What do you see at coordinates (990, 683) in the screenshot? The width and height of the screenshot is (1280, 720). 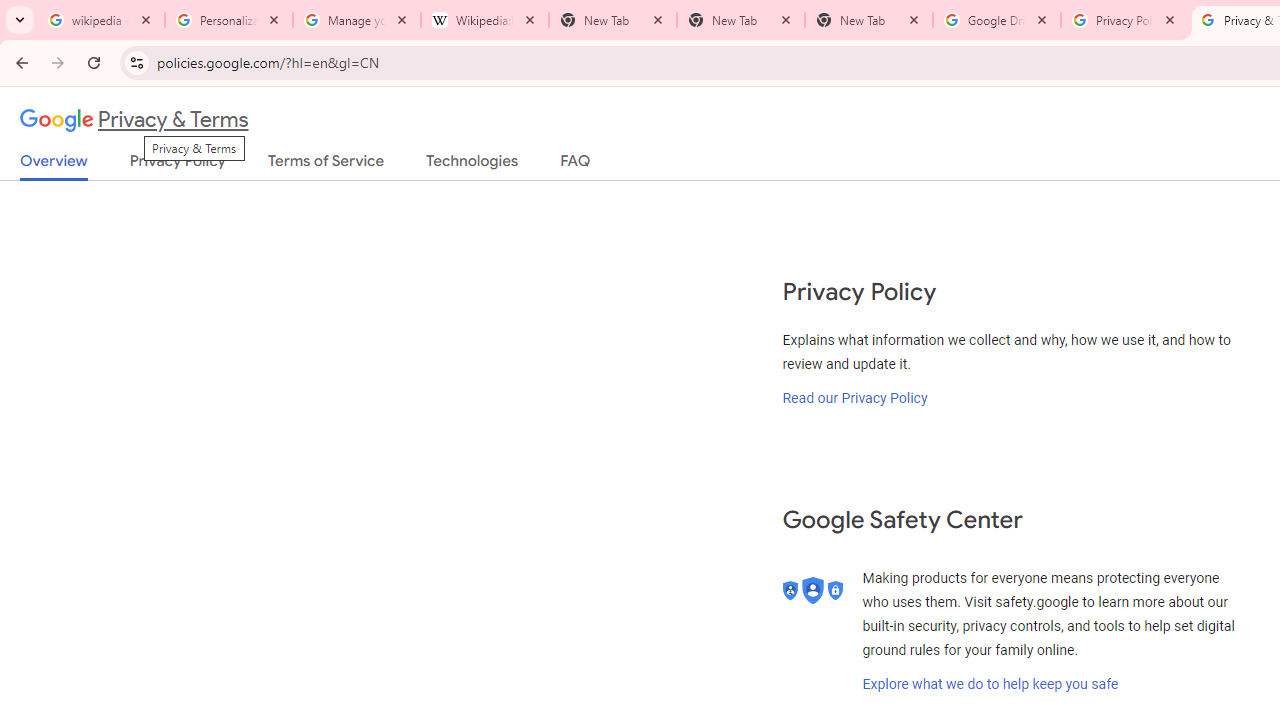 I see `'Explore what we do to help keep you safe'` at bounding box center [990, 683].